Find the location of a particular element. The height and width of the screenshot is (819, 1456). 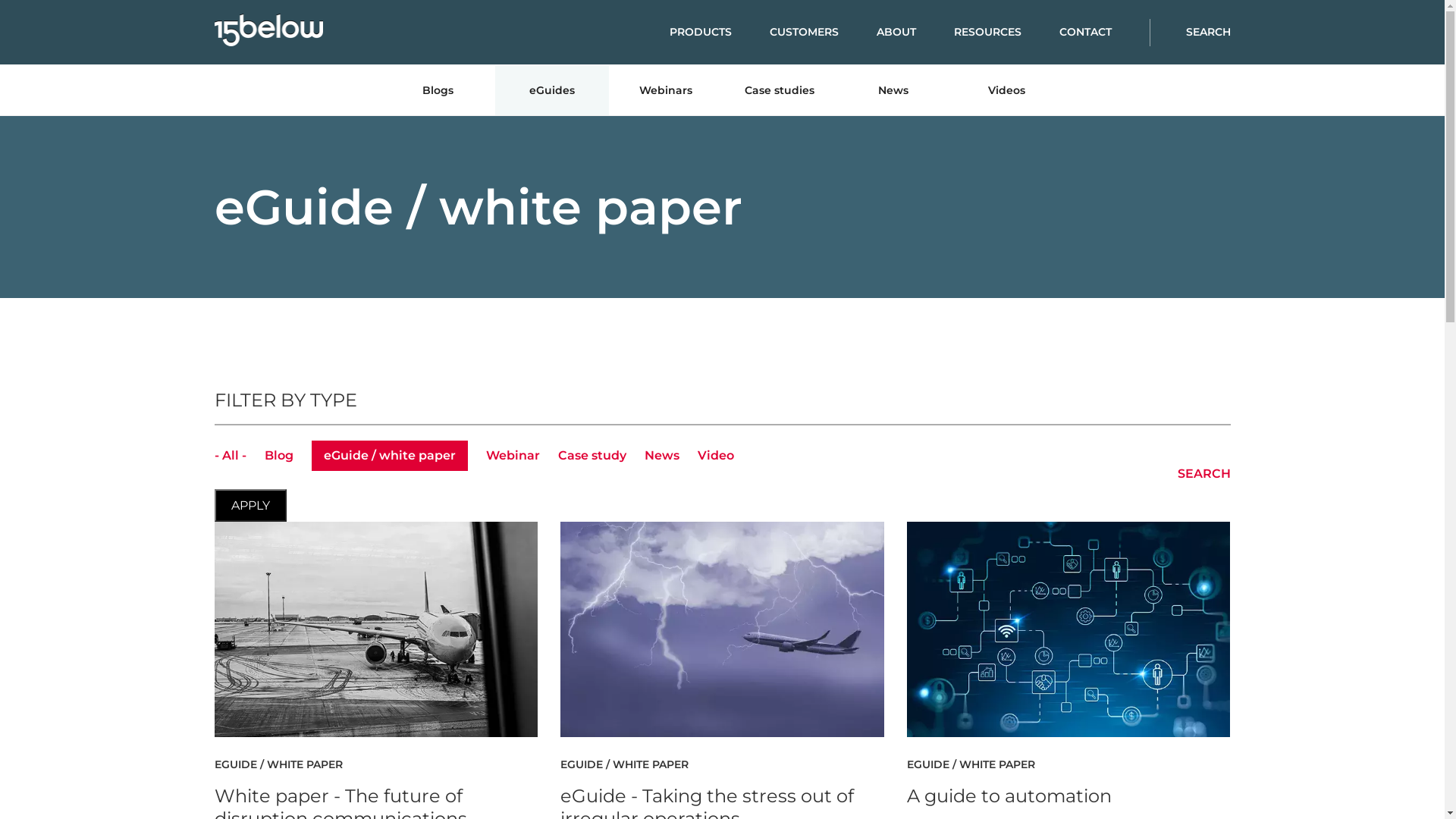

'CUSTOMERS' is located at coordinates (821, 32).